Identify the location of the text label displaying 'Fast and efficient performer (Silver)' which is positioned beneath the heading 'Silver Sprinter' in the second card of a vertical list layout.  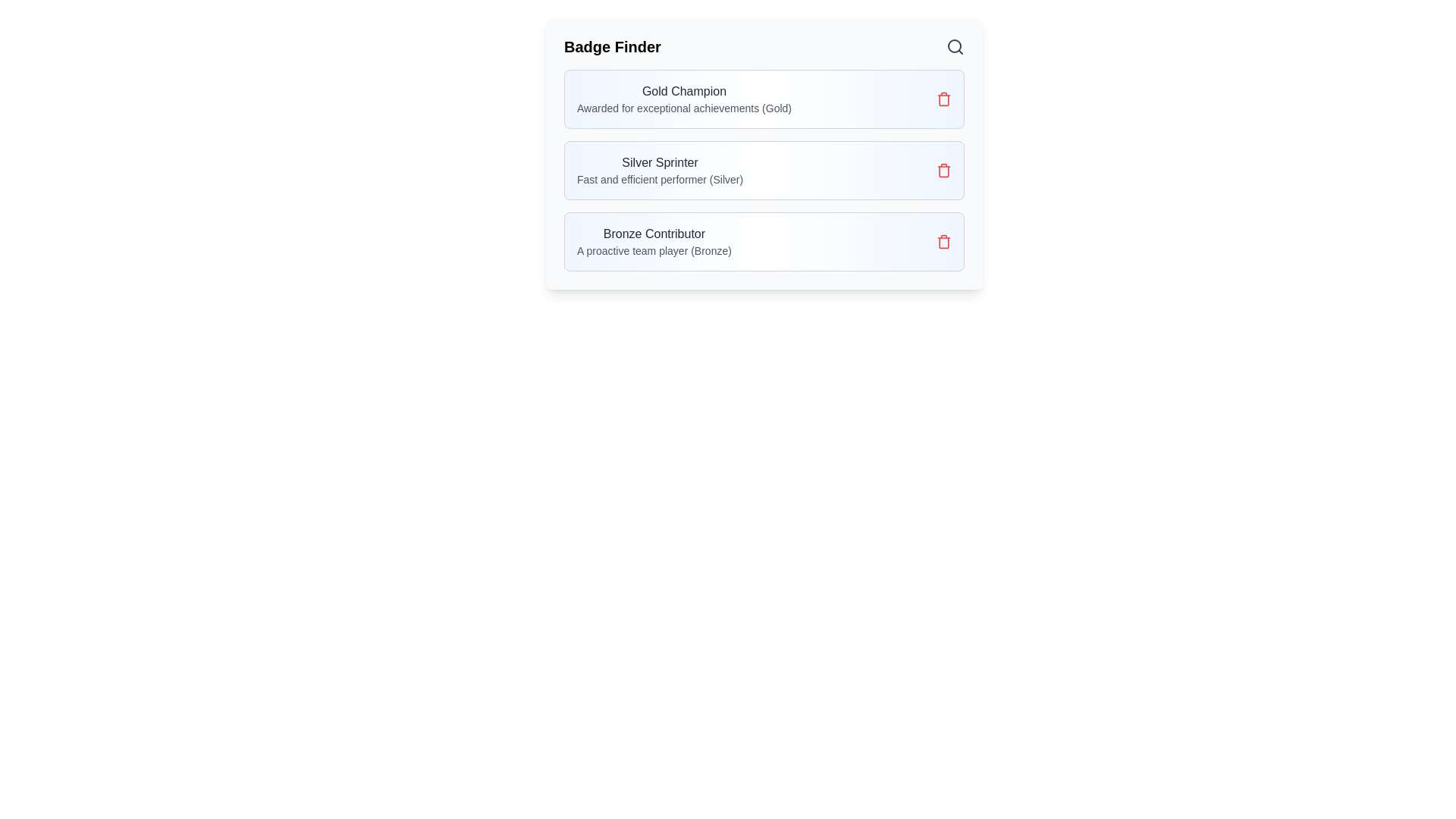
(660, 178).